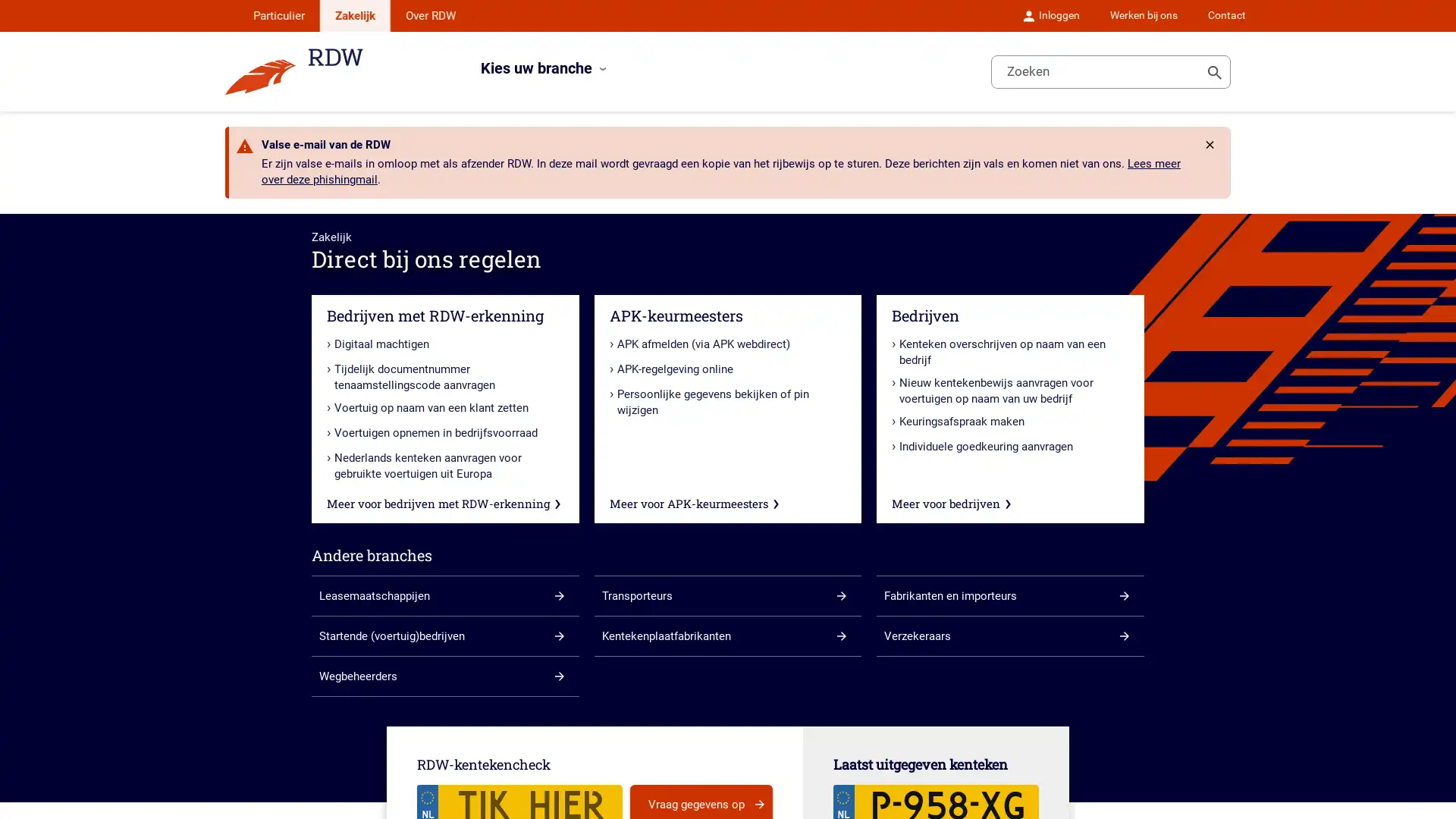  What do you see at coordinates (1214, 72) in the screenshot?
I see `Toon zoeken` at bounding box center [1214, 72].